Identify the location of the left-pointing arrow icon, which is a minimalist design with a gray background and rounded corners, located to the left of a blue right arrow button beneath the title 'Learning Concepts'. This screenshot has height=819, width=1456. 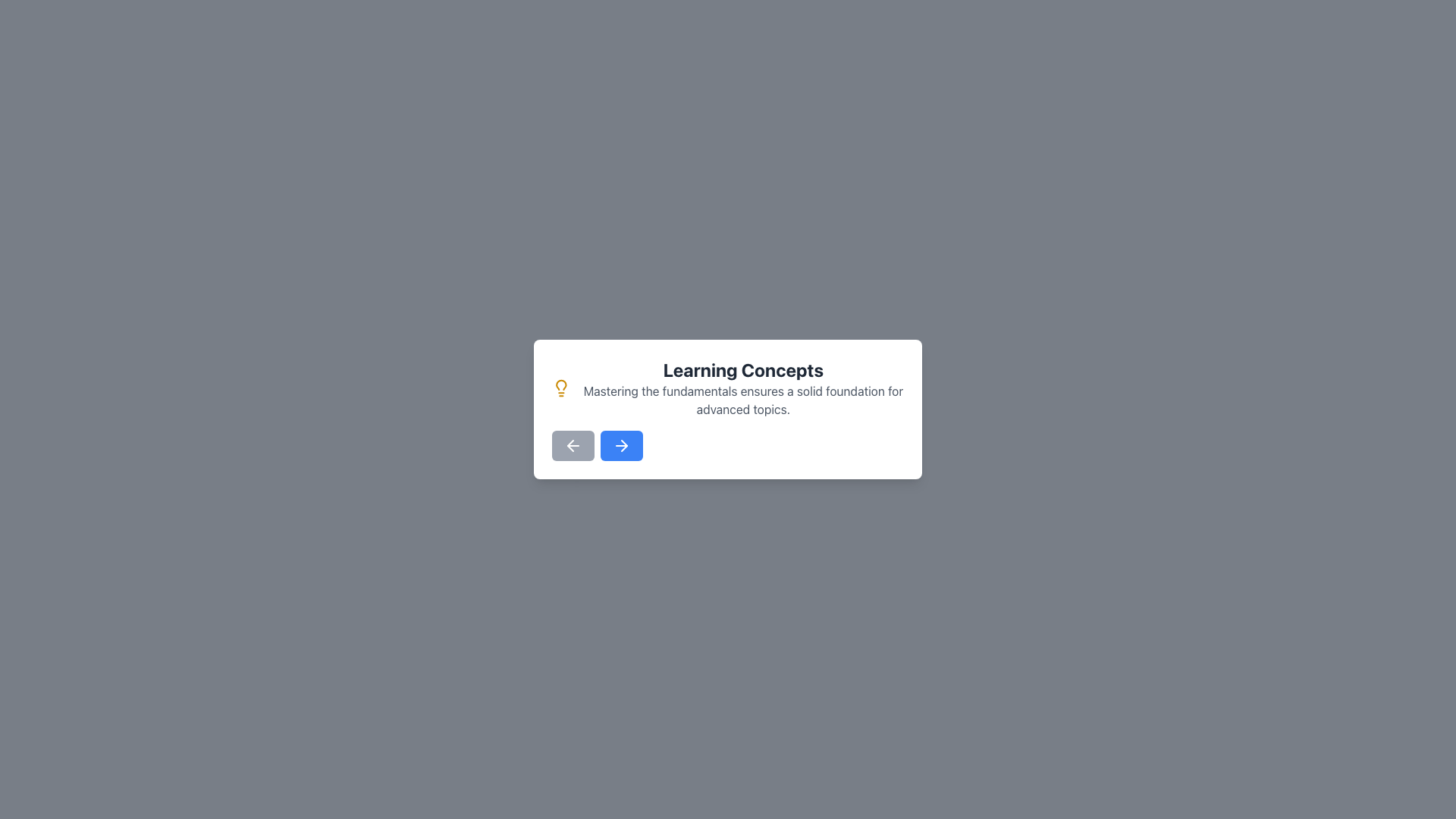
(572, 444).